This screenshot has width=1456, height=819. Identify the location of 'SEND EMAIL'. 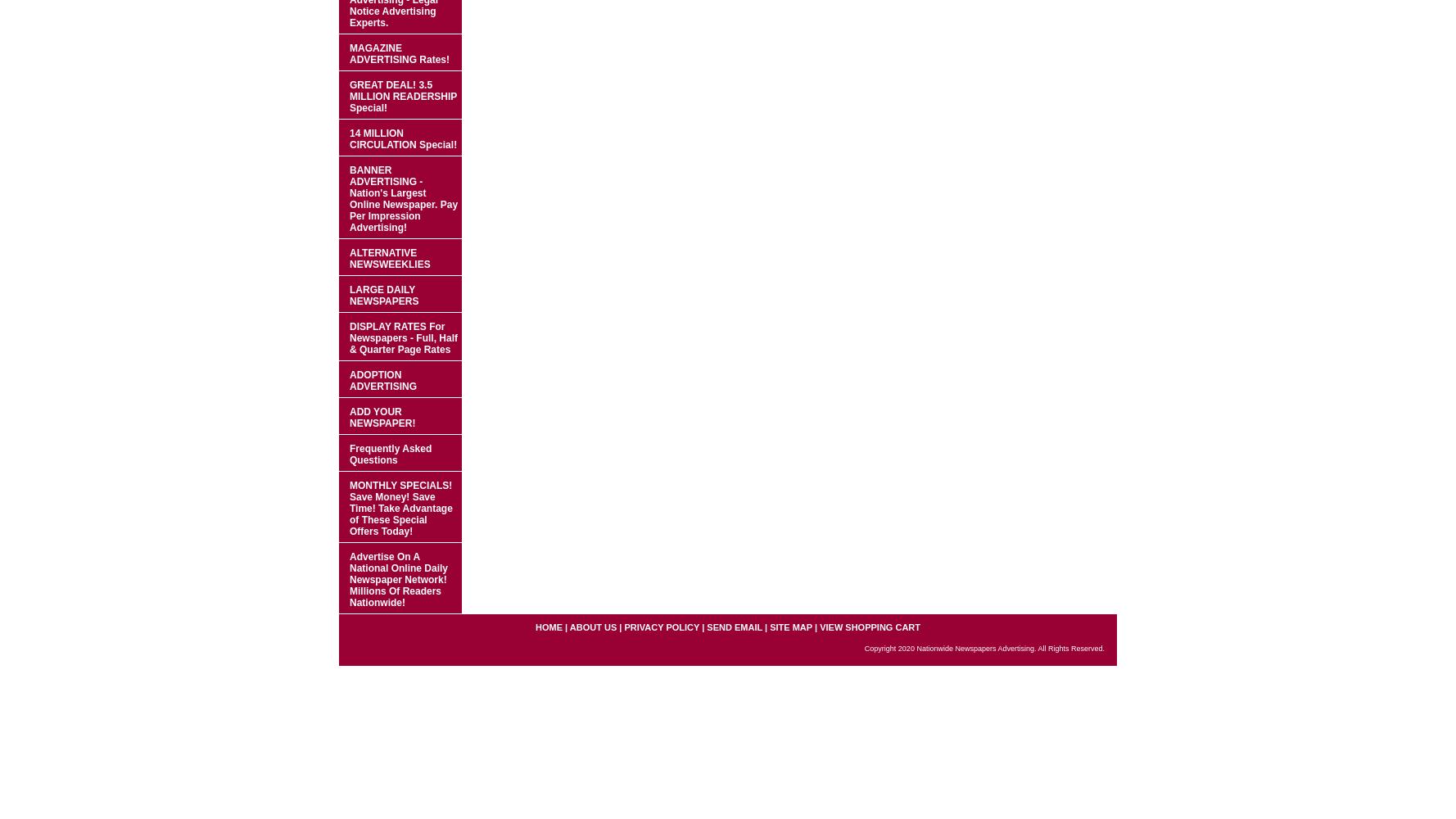
(734, 627).